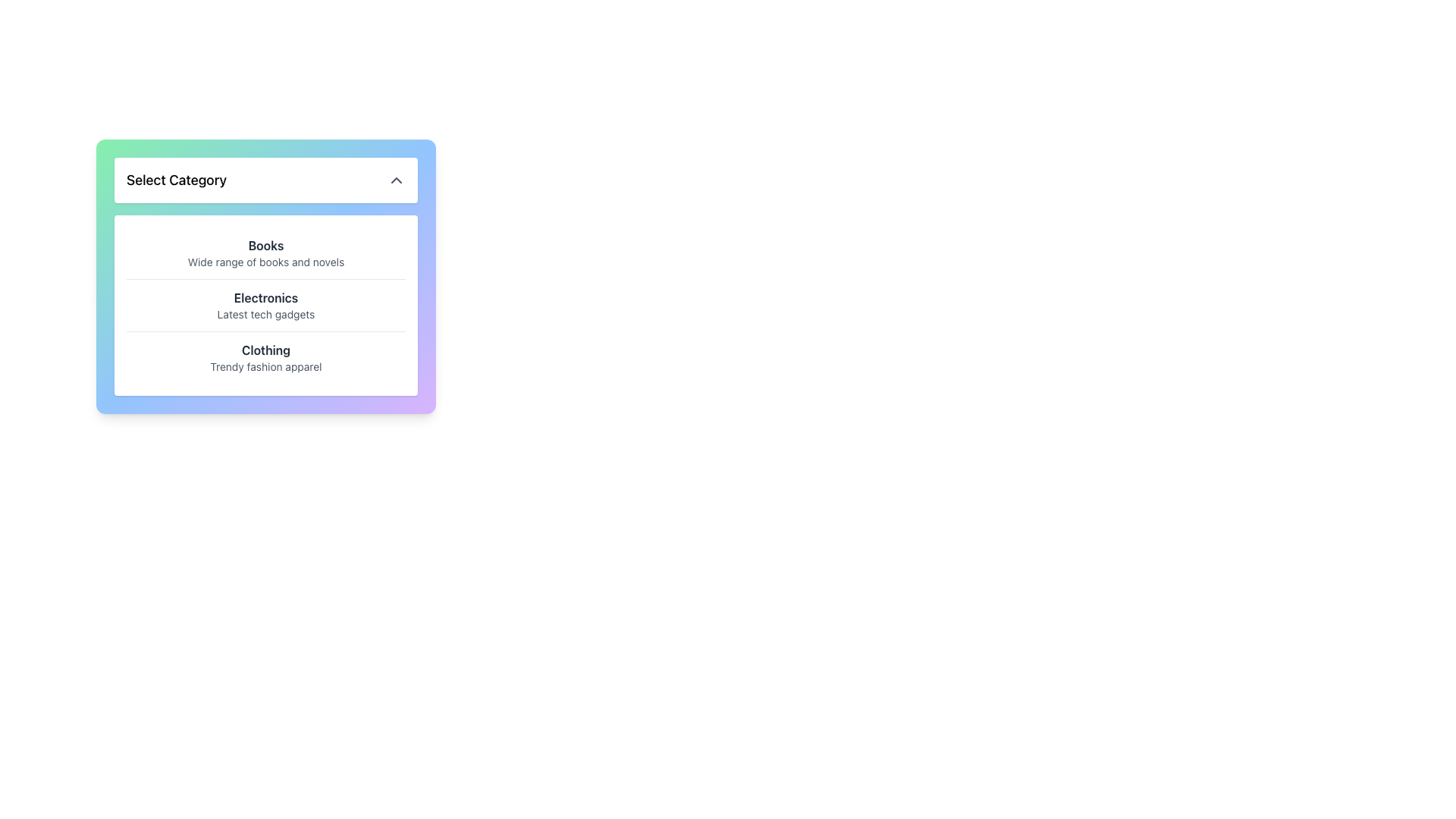  What do you see at coordinates (265, 262) in the screenshot?
I see `the descriptive text label providing additional information about the 'Books' category located centrally beneath the 'Books' heading` at bounding box center [265, 262].